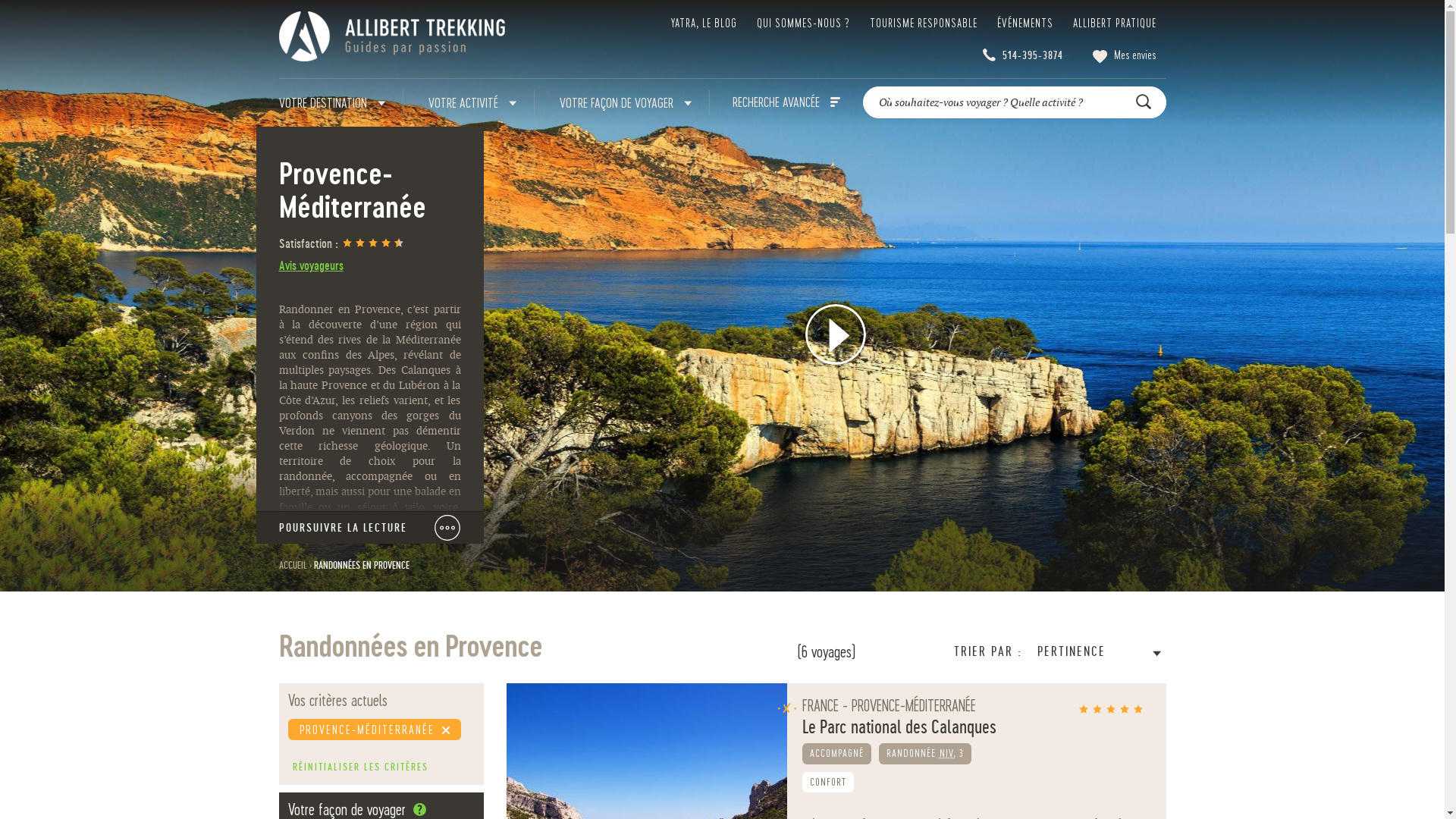 The height and width of the screenshot is (819, 1456). Describe the element at coordinates (371, 243) in the screenshot. I see `'Satisfaction : 94% - Sur 324 voyageurs'` at that location.